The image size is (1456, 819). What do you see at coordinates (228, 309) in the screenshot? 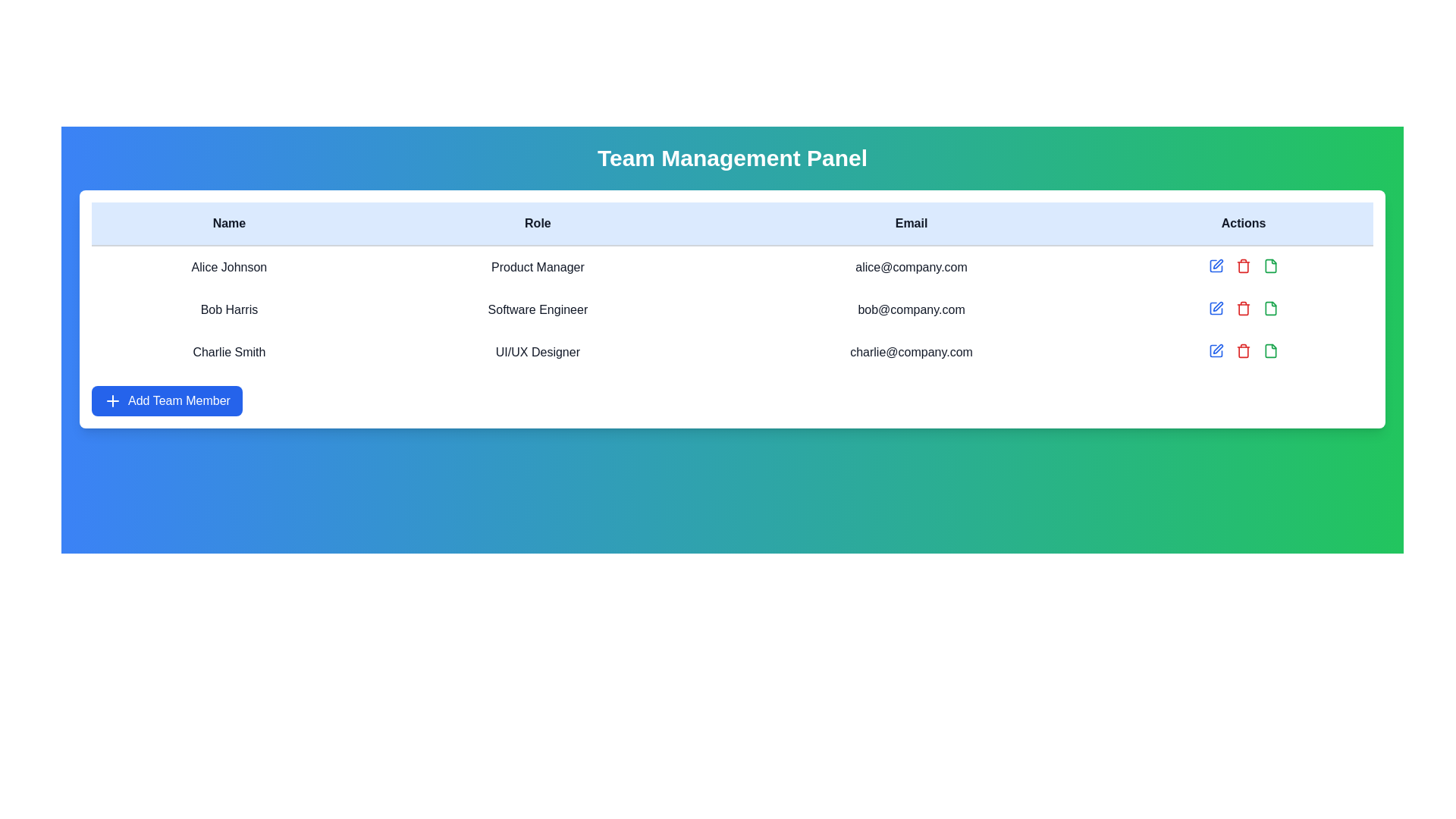
I see `text from the label displaying the name 'Bob Harris', which is located in the first column under the 'Name' header of the table structure` at bounding box center [228, 309].